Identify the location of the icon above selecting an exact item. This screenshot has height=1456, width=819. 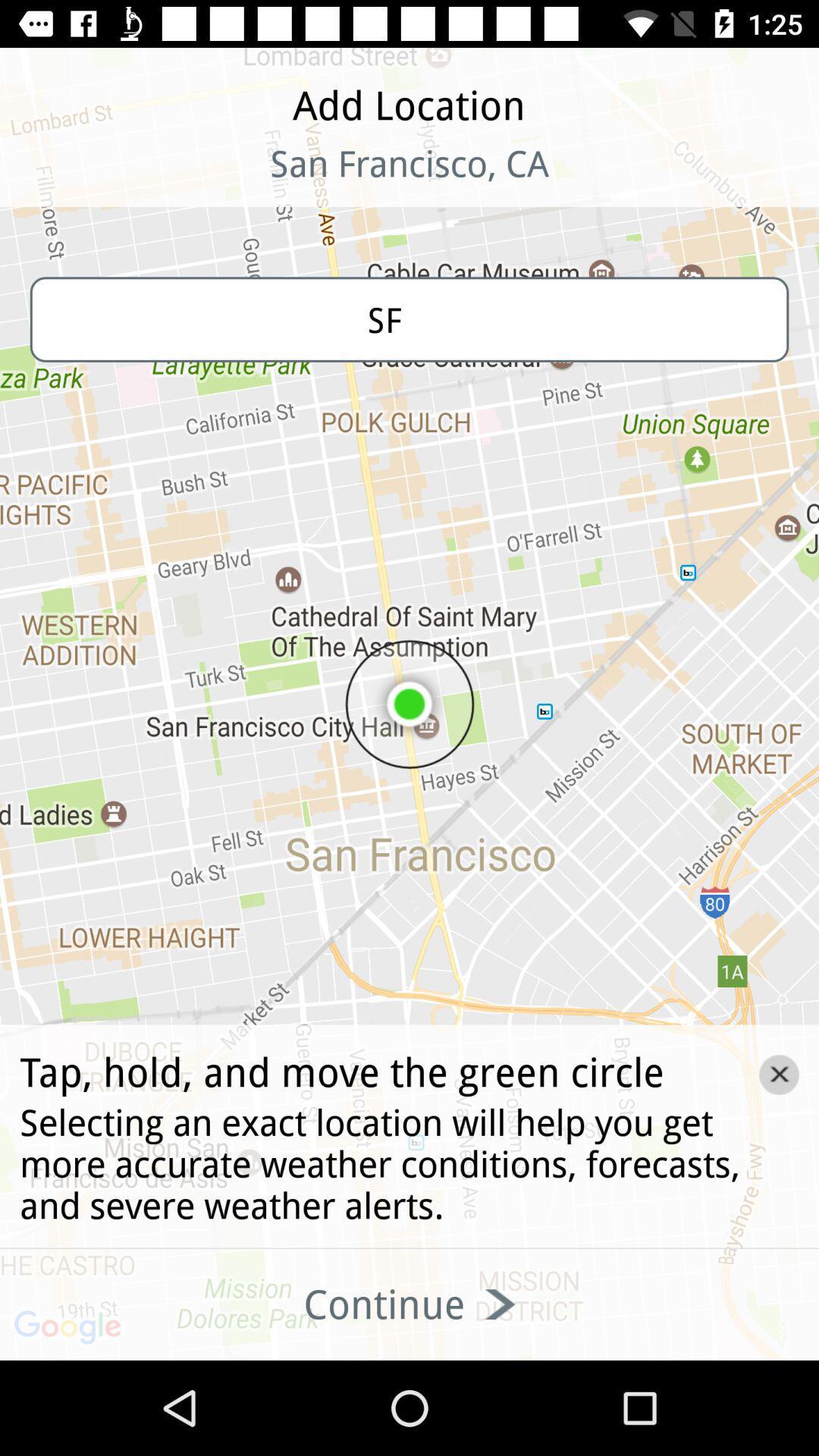
(779, 1074).